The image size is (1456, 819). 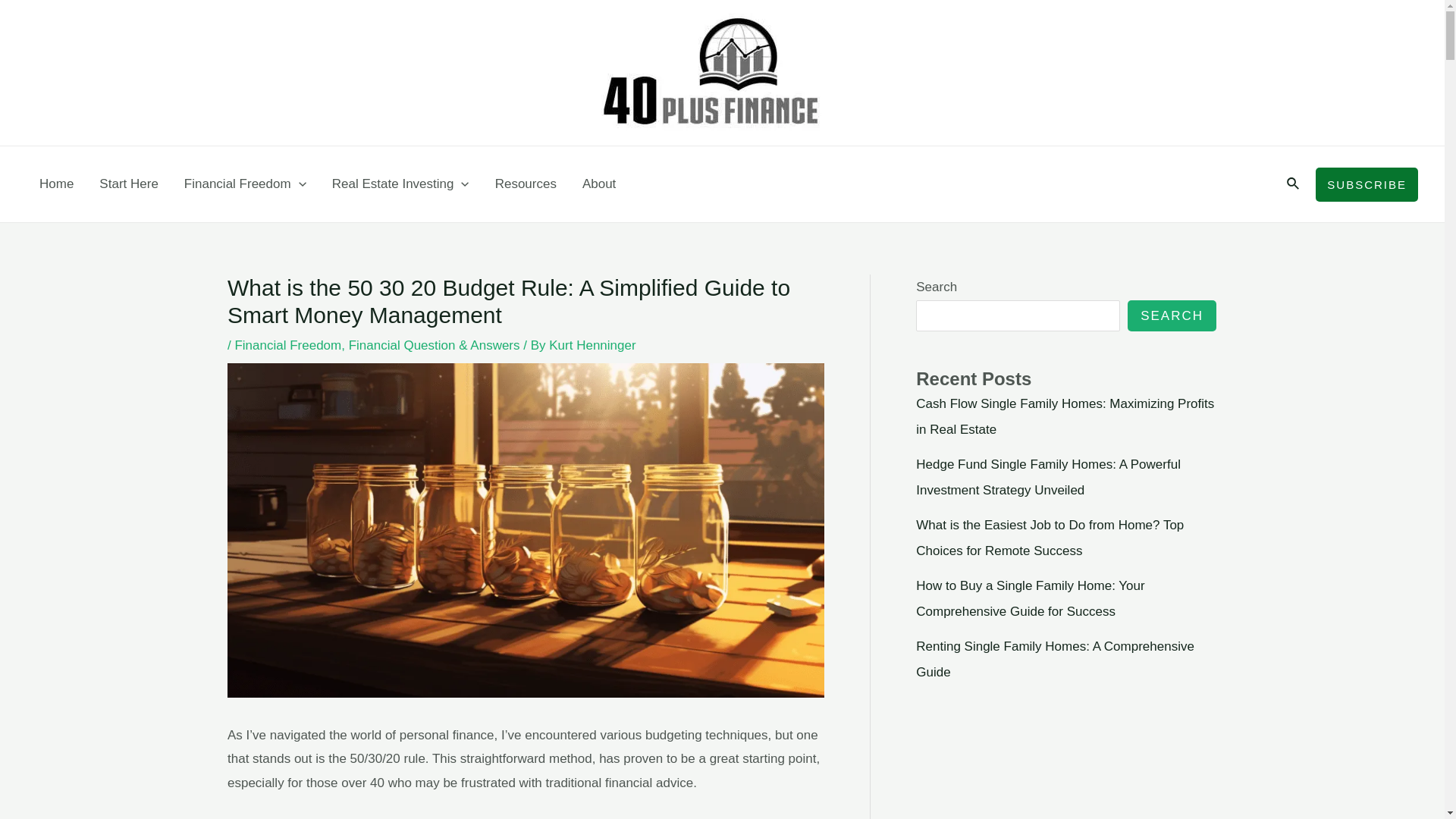 What do you see at coordinates (245, 184) in the screenshot?
I see `'Financial Freedom'` at bounding box center [245, 184].